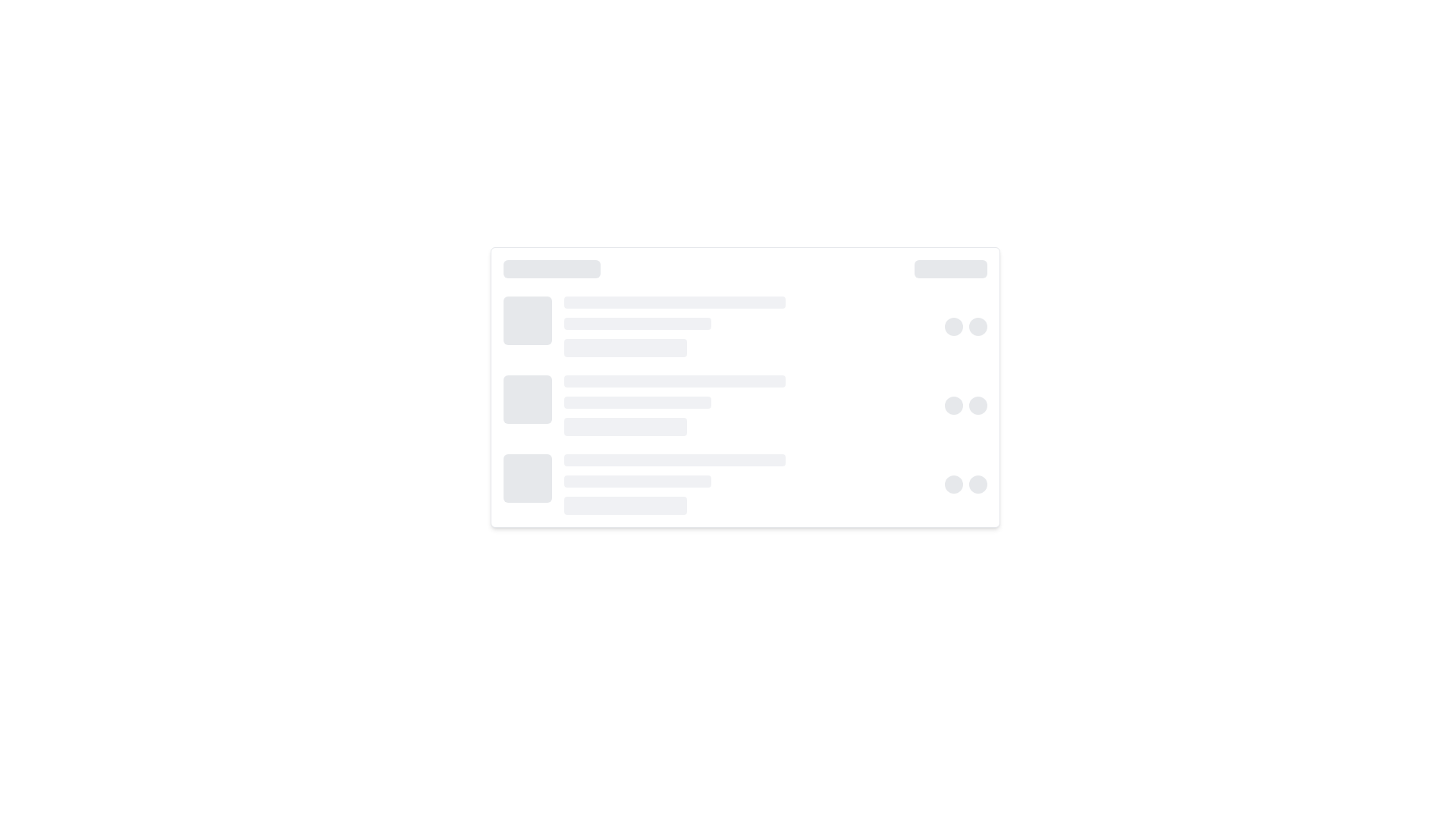 This screenshot has width=1456, height=819. What do you see at coordinates (638, 323) in the screenshot?
I see `the second horizontal bar in the loading indicator section, which serves as a visual placeholder between a longer bar above and a shorter bar below` at bounding box center [638, 323].